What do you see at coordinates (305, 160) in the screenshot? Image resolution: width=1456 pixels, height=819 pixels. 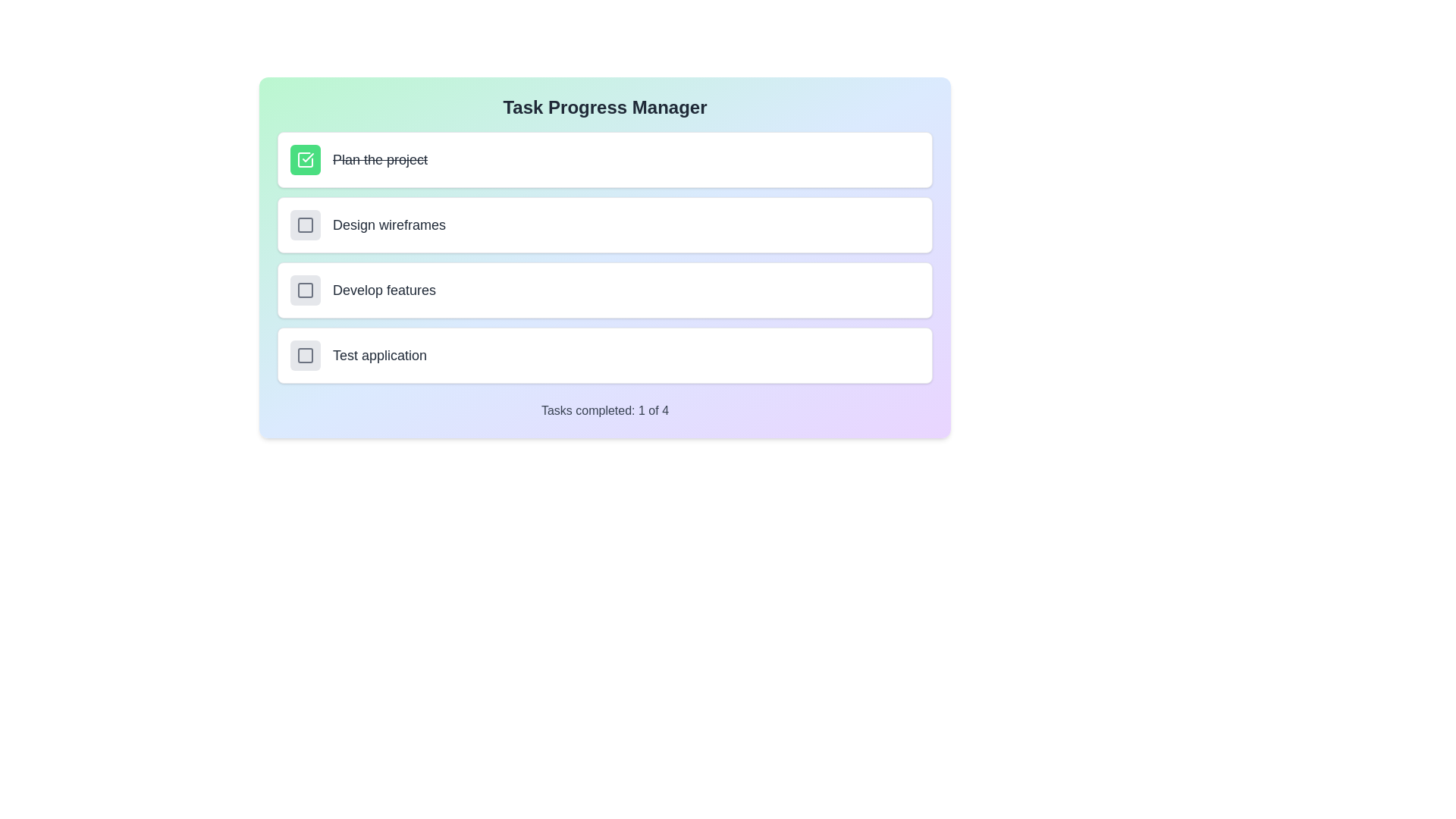 I see `the graphical background square of the checkbox for the 'Plan the project' task, which is part of an SVG icon` at bounding box center [305, 160].